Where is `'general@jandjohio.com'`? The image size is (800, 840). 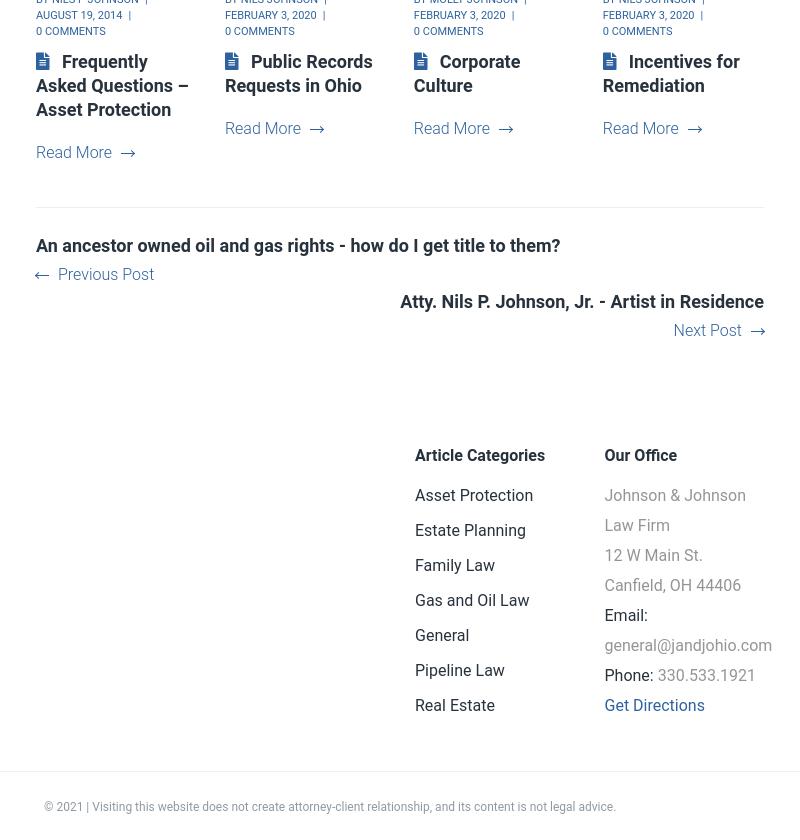
'general@jandjohio.com' is located at coordinates (688, 645).